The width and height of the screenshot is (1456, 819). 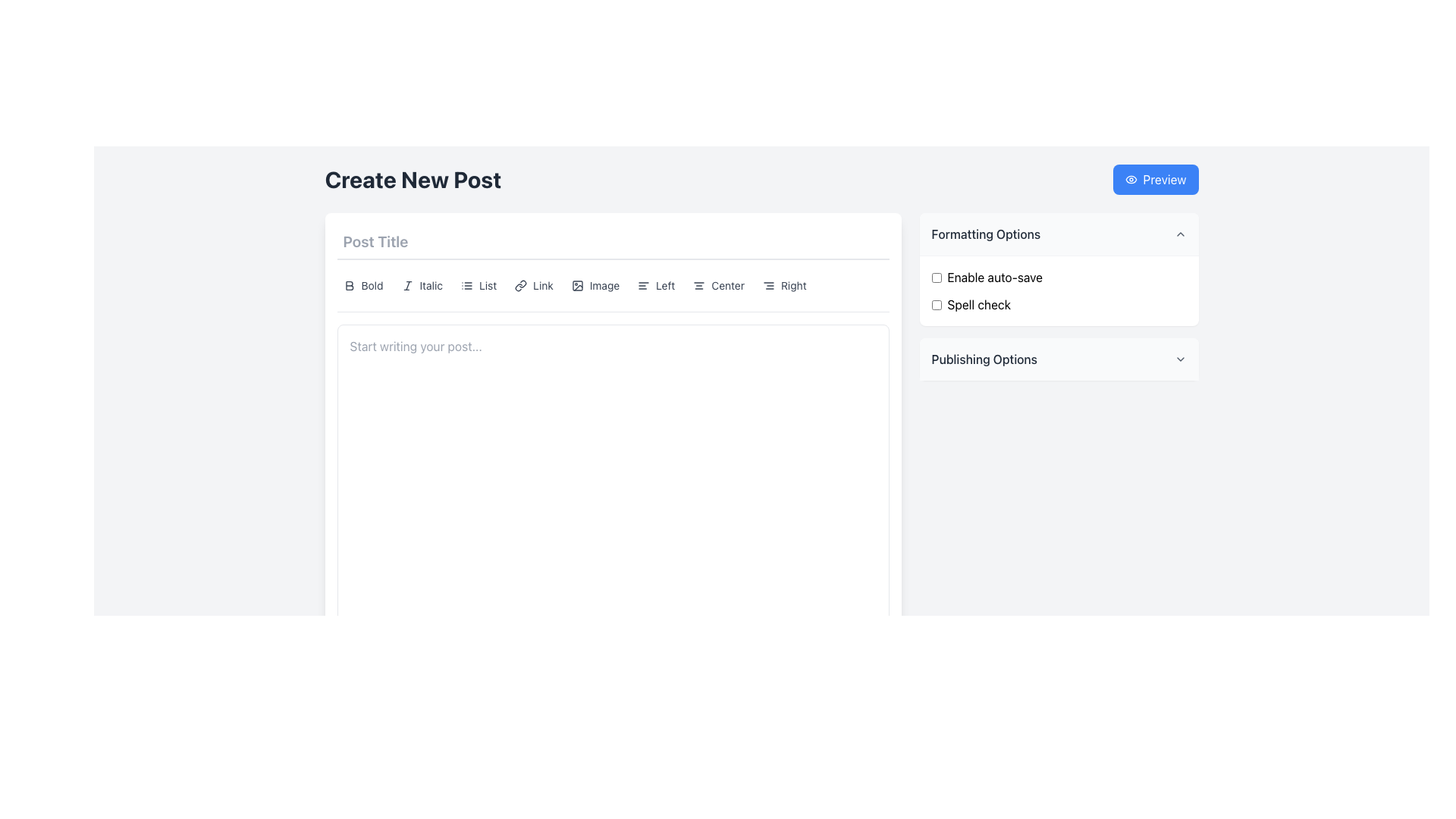 What do you see at coordinates (543, 286) in the screenshot?
I see `the label indicating the purpose of the 'Link' button situated in the toolbar at the top of the text editor within the 'Create New Post' section` at bounding box center [543, 286].